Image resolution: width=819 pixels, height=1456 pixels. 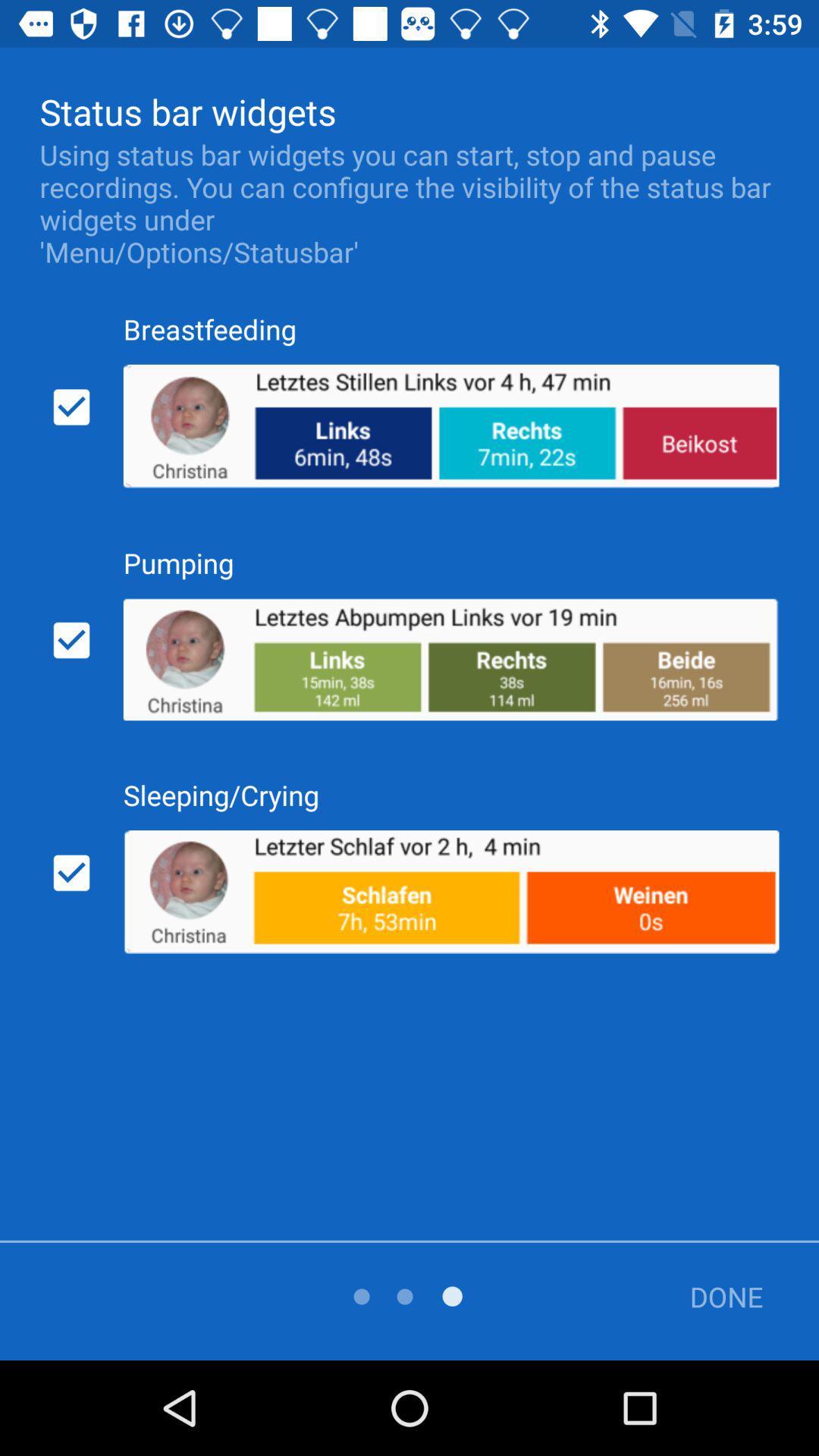 What do you see at coordinates (71, 873) in the screenshot?
I see `mark this checkbox` at bounding box center [71, 873].